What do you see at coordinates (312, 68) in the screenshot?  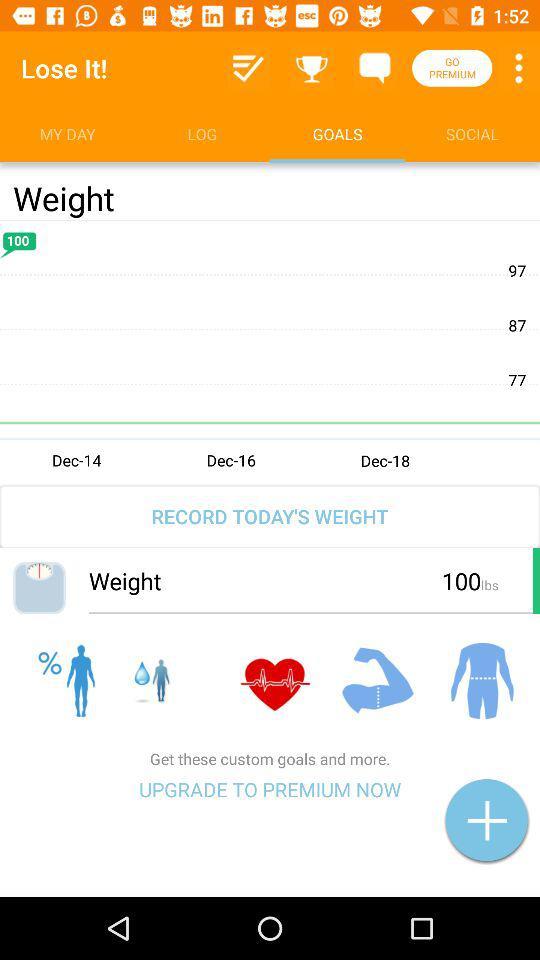 I see `goal reached` at bounding box center [312, 68].